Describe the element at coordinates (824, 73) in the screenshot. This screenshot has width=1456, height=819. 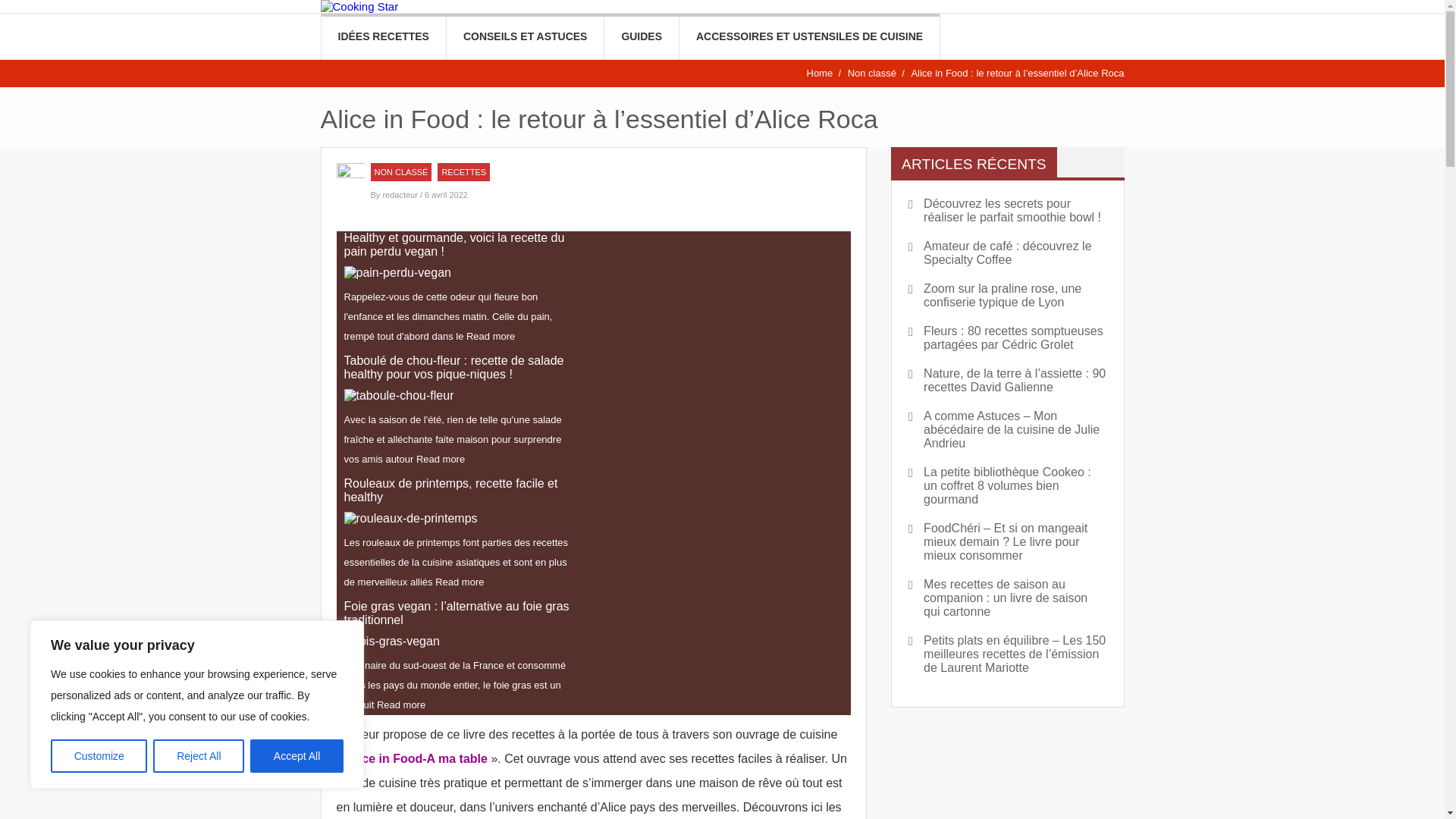
I see `'Home  / '` at that location.